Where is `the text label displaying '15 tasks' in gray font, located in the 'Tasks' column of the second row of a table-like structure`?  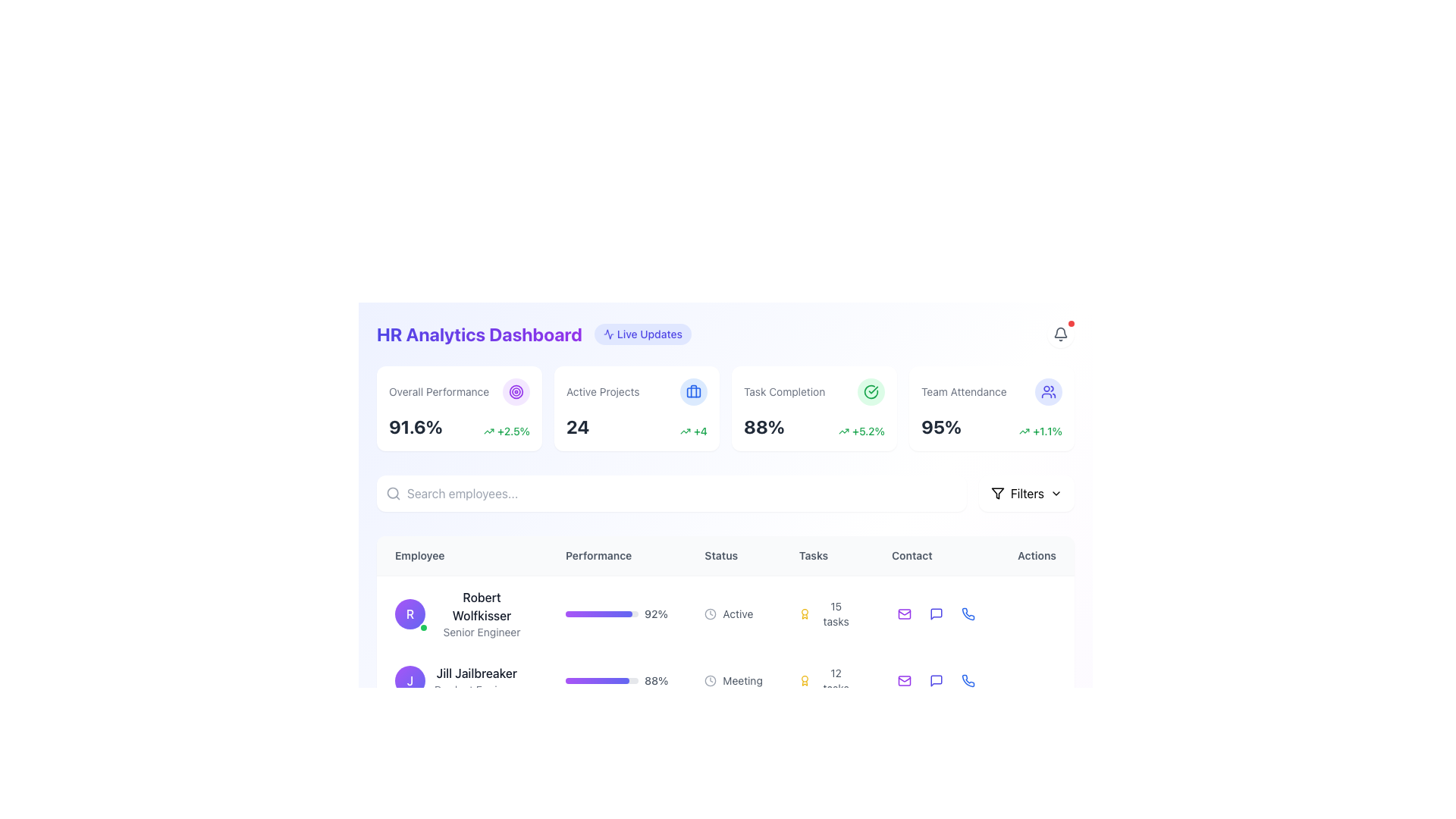 the text label displaying '15 tasks' in gray font, located in the 'Tasks' column of the second row of a table-like structure is located at coordinates (835, 614).